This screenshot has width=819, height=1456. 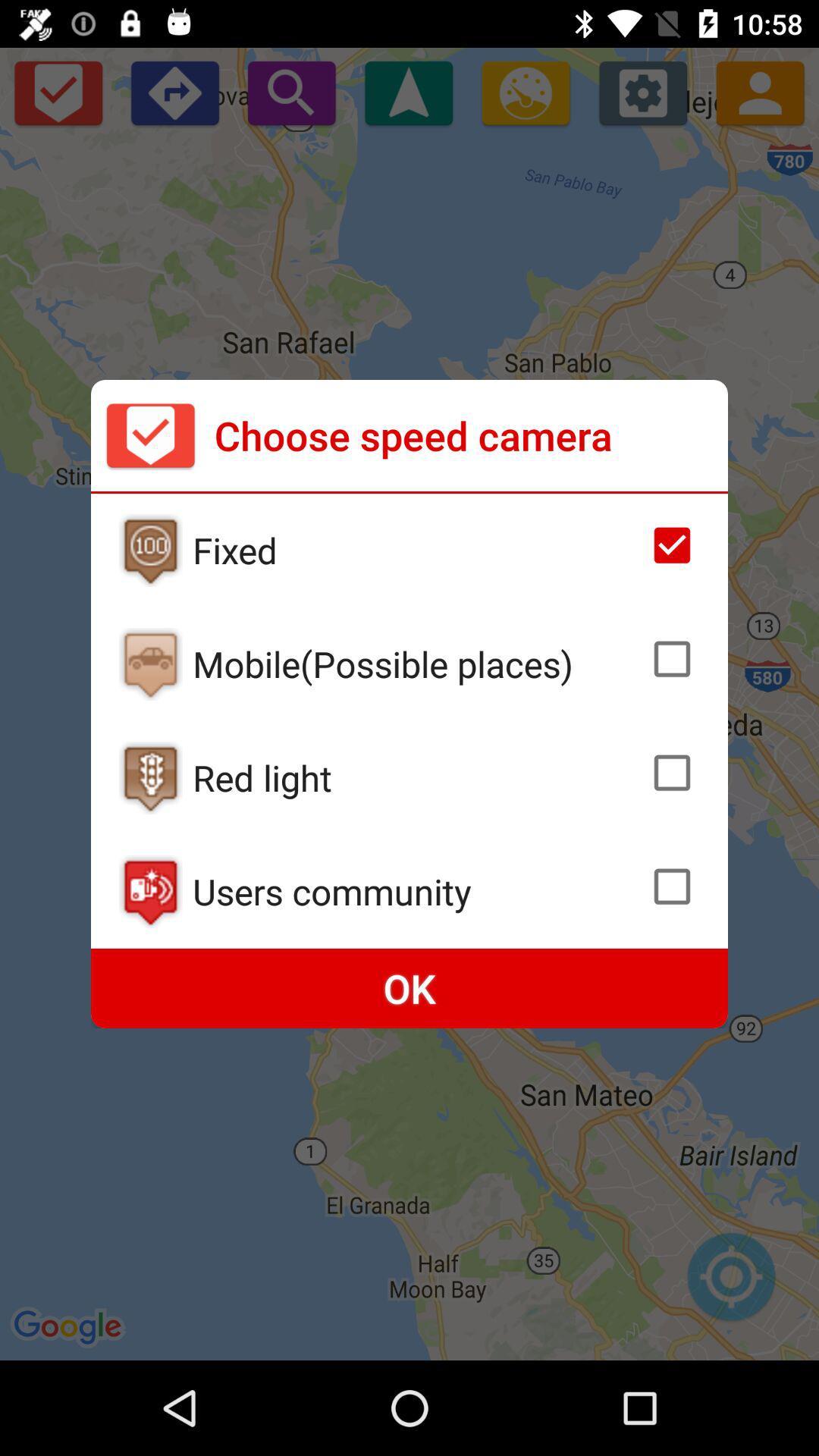 I want to click on ok at the bottom, so click(x=409, y=988).